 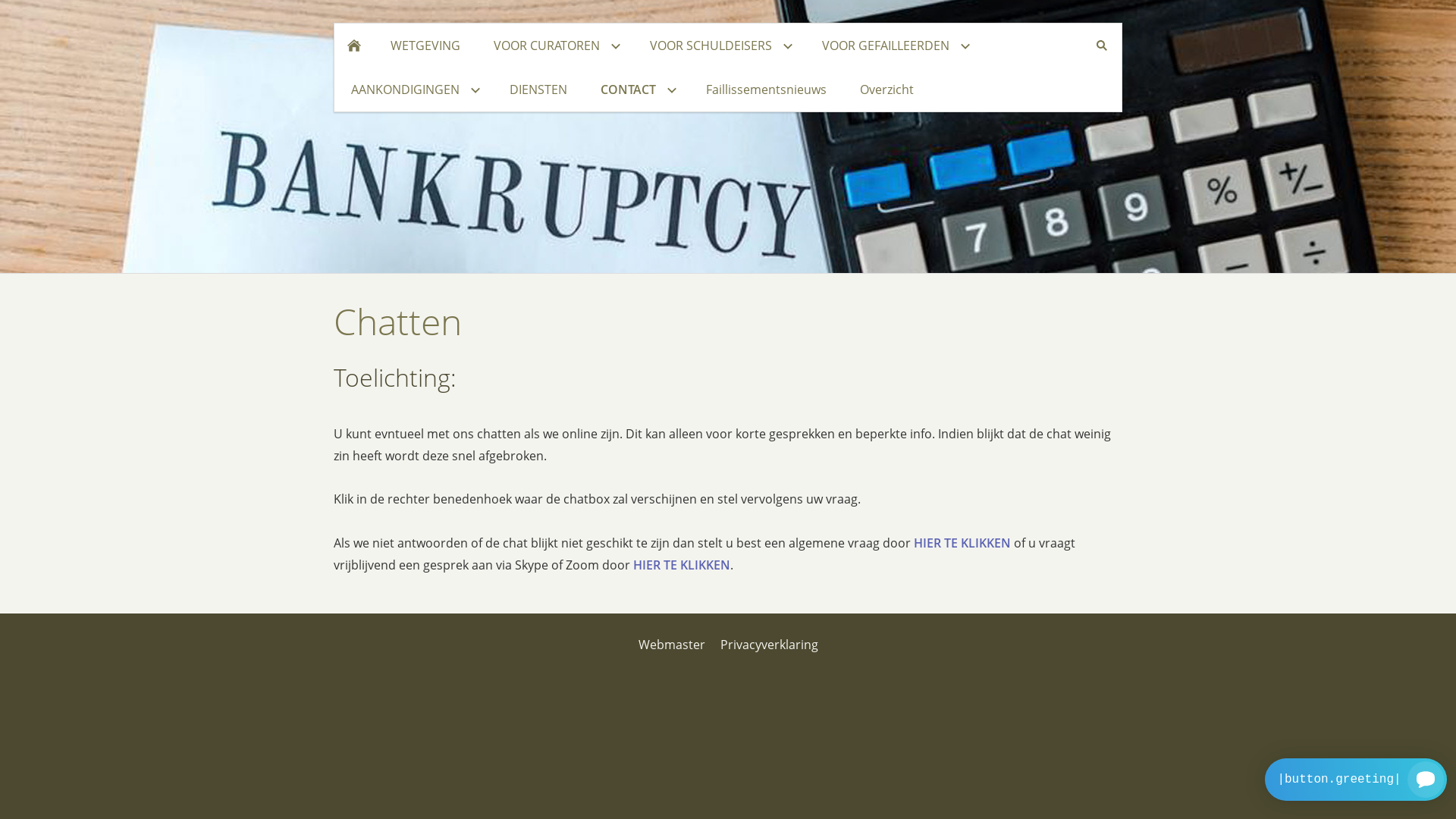 What do you see at coordinates (671, 644) in the screenshot?
I see `'Webmaster'` at bounding box center [671, 644].